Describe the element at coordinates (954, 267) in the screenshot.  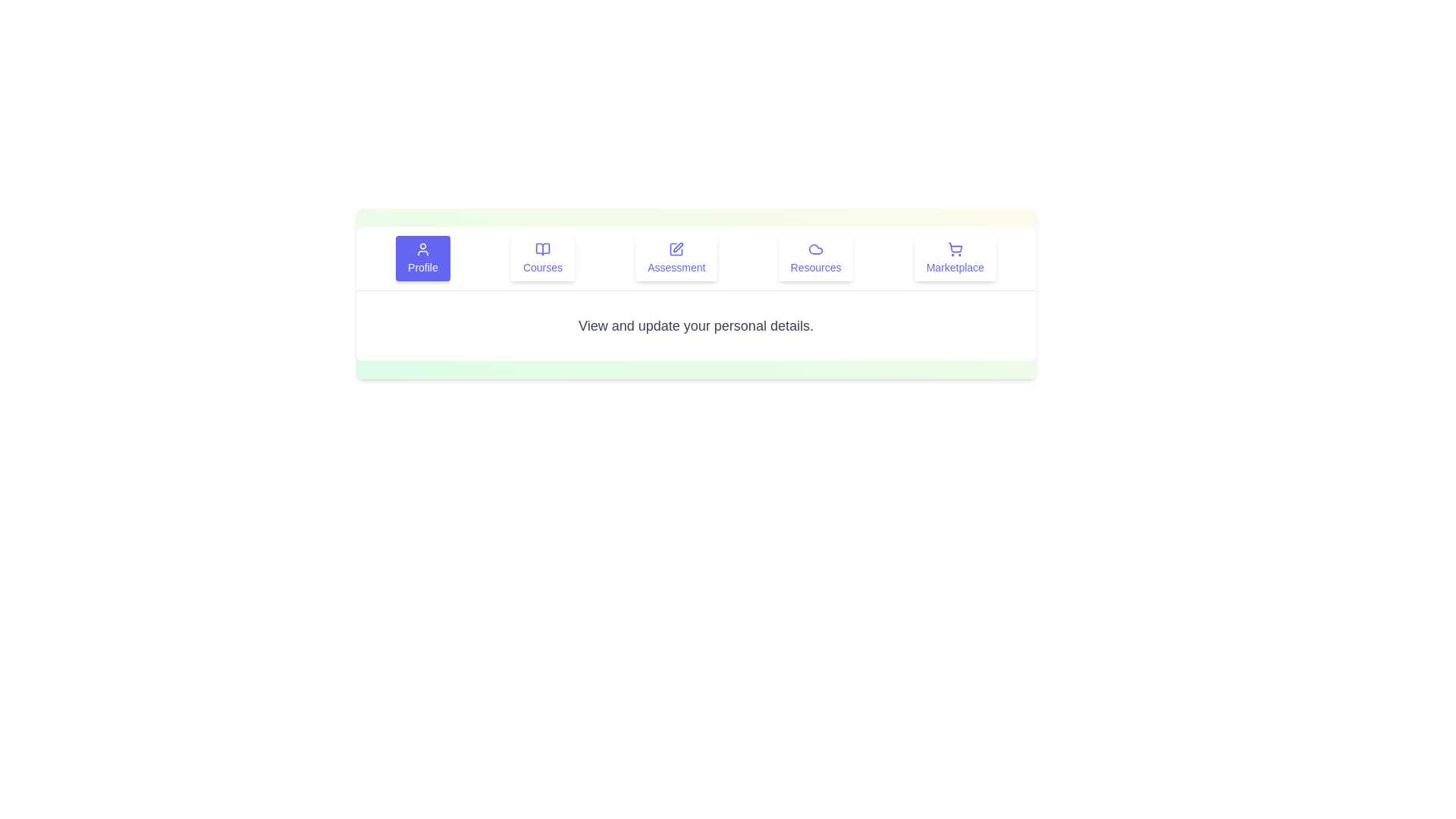
I see `the 'Marketplace' text label, which is part of the navigation bar and is located below the shopping cart icon` at that location.